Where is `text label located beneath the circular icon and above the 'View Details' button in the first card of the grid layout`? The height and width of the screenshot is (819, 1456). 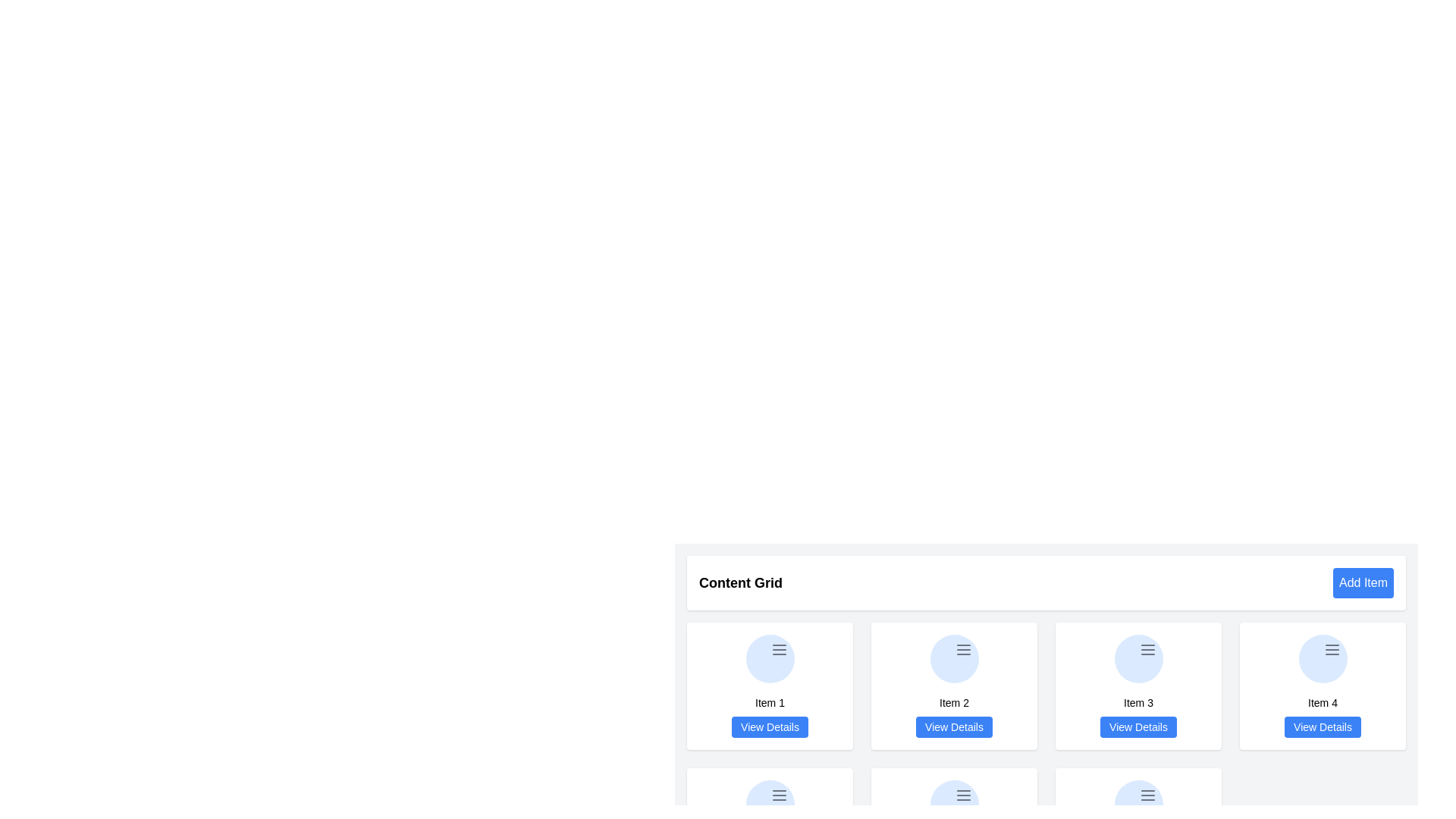
text label located beneath the circular icon and above the 'View Details' button in the first card of the grid layout is located at coordinates (770, 702).